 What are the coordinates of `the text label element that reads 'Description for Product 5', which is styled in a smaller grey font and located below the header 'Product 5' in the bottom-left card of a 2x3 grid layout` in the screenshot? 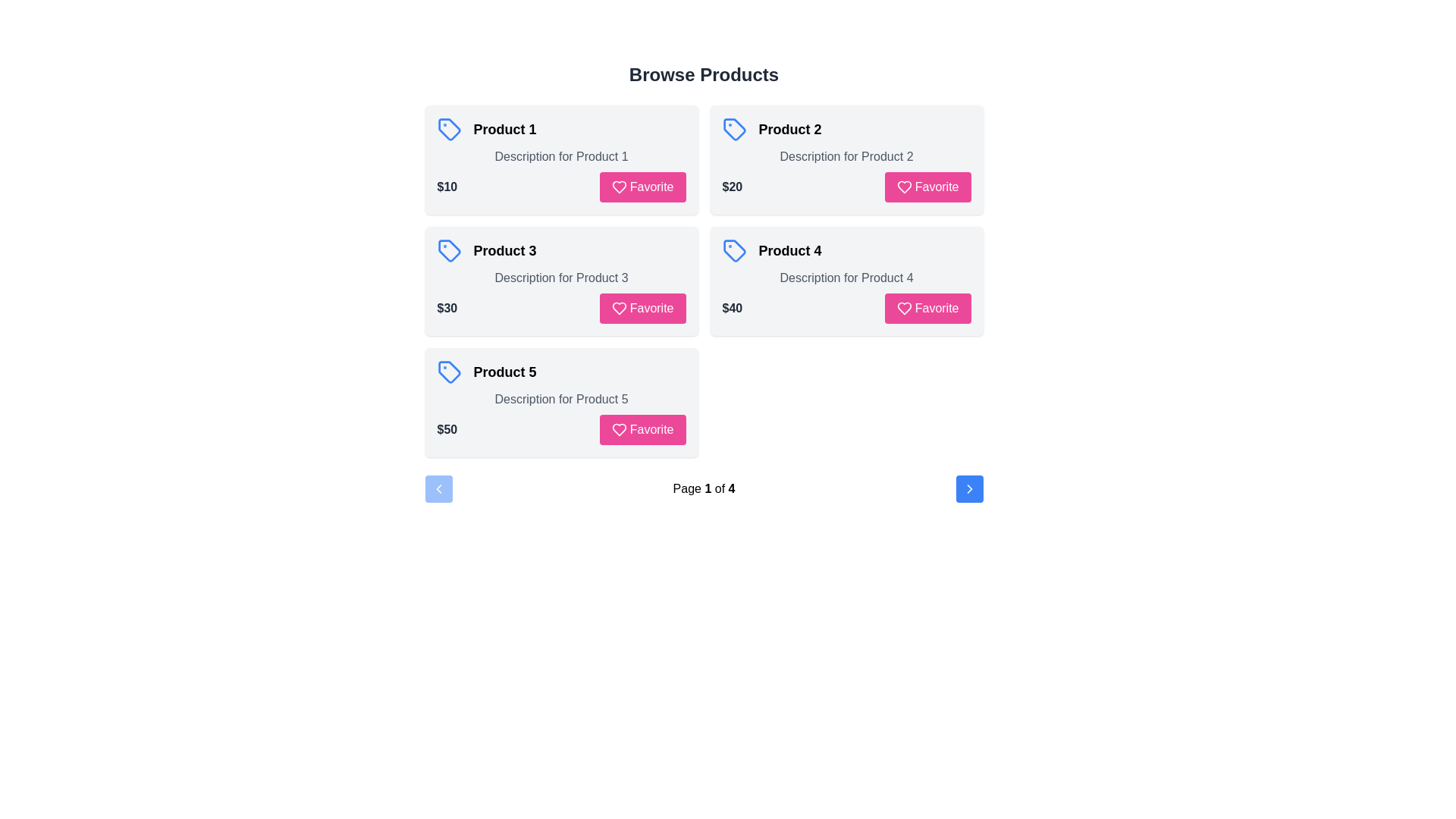 It's located at (560, 399).